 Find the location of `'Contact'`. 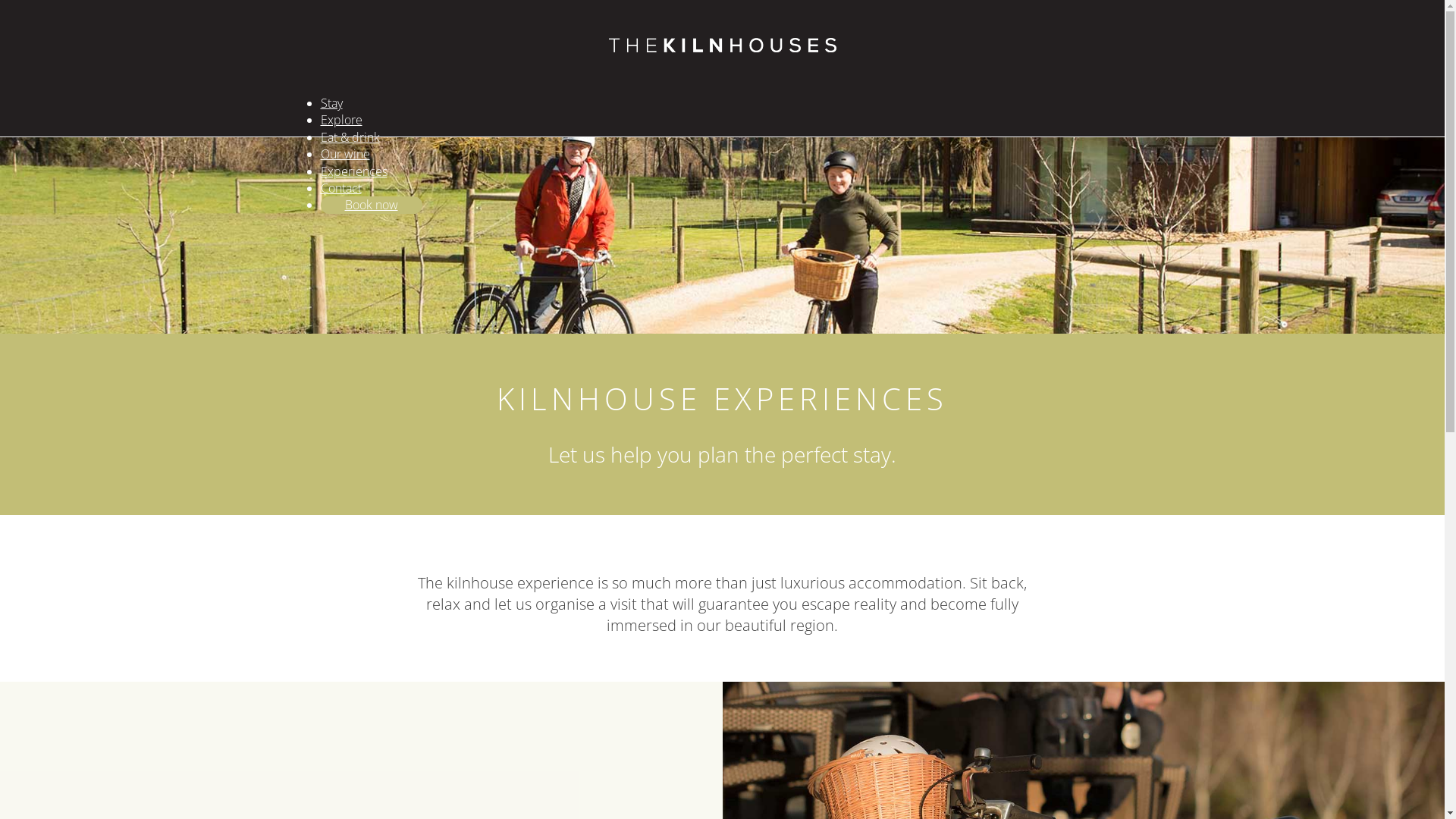

'Contact' is located at coordinates (340, 187).